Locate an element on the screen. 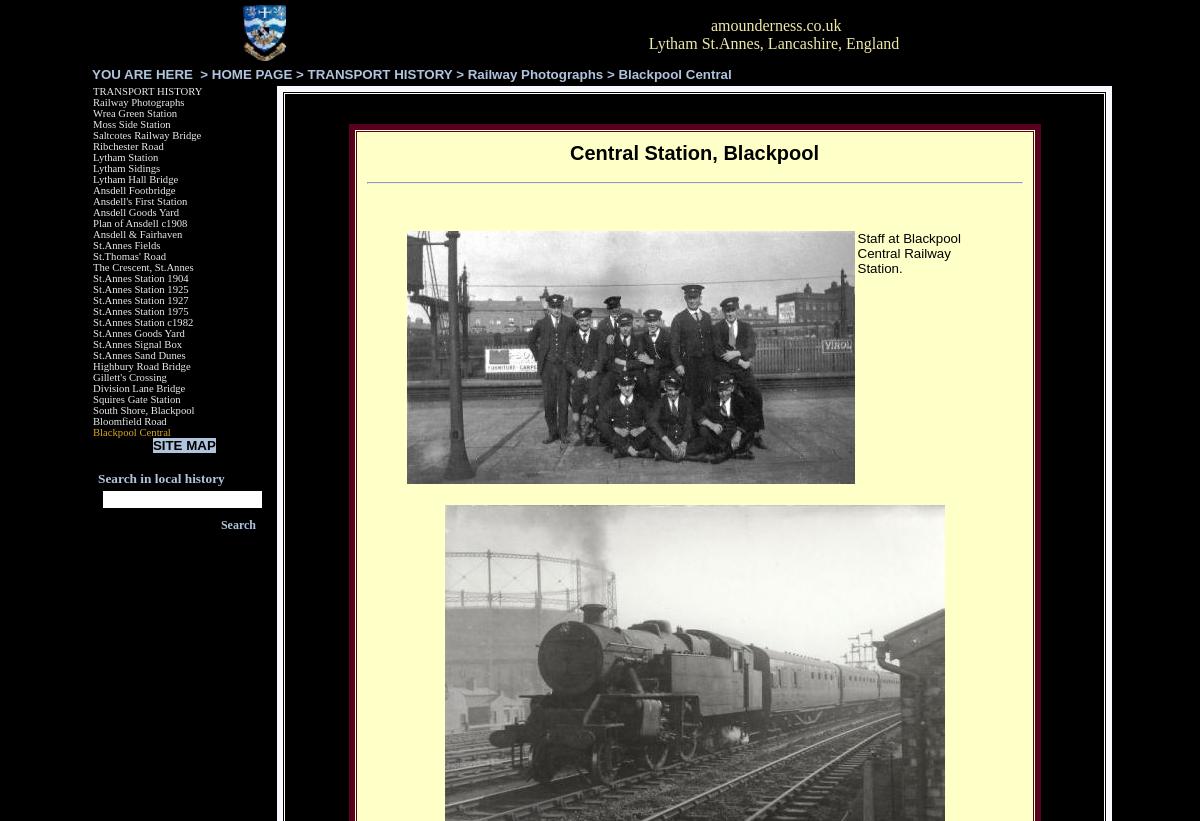 This screenshot has width=1200, height=821. 'SITE MAP' is located at coordinates (151, 445).